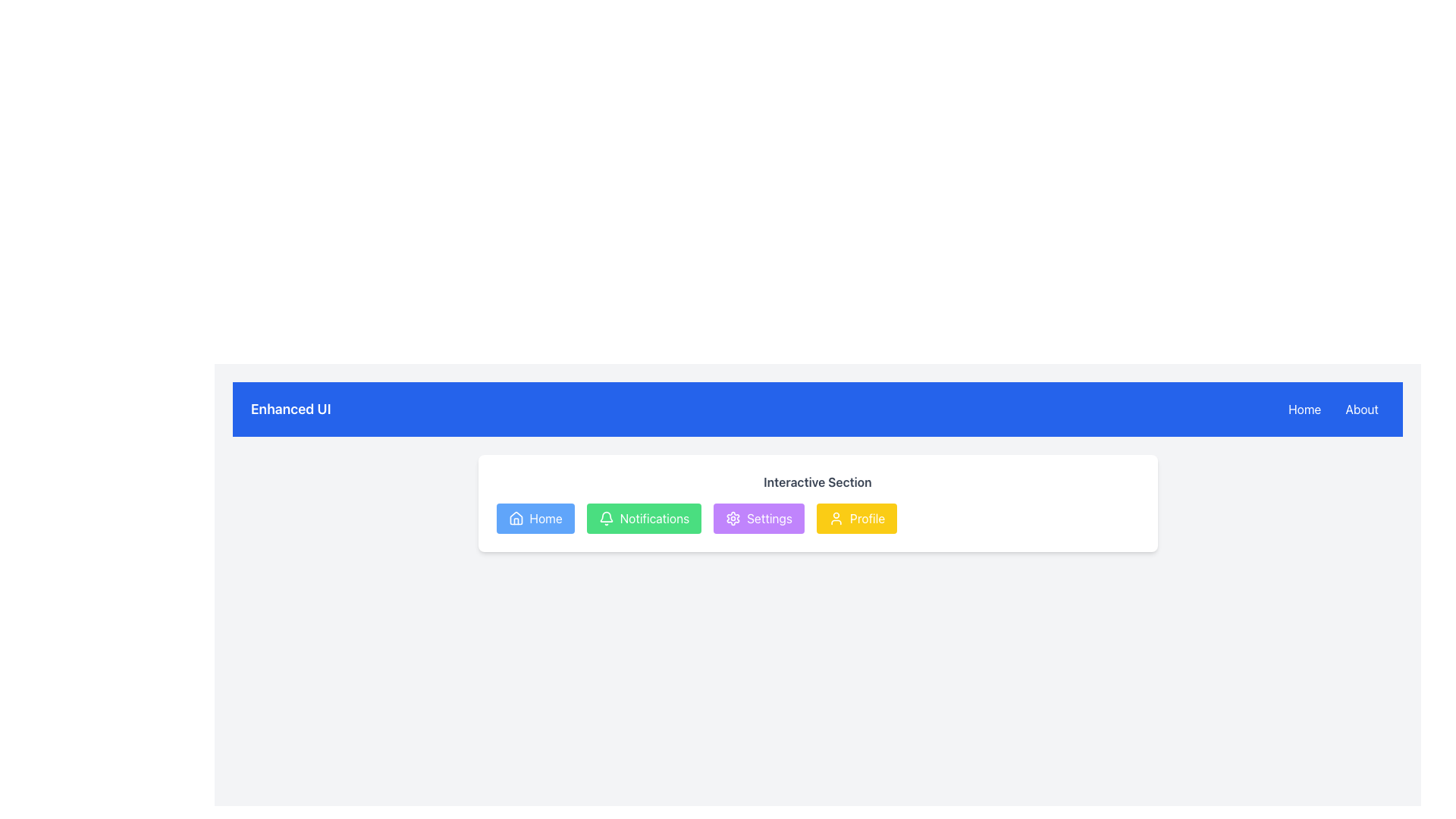 This screenshot has width=1456, height=819. I want to click on the cog or gear icon that represents the settings function, located within the purple 'Settings' button, so click(733, 517).